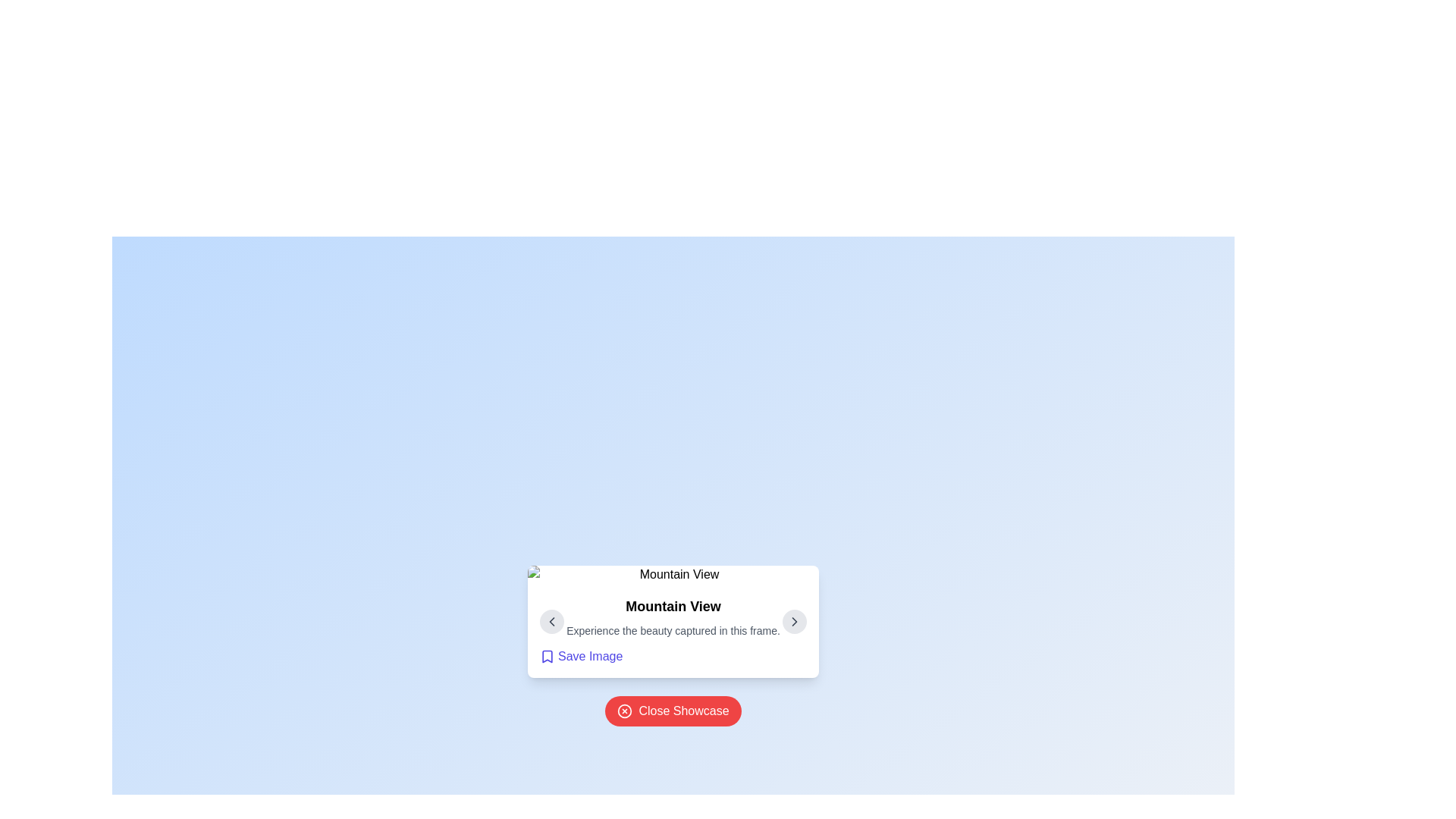 The height and width of the screenshot is (819, 1456). What do you see at coordinates (793, 622) in the screenshot?
I see `the Chevron Right icon located within a circular button on the right side of the card layout near the title 'Mountain View'` at bounding box center [793, 622].